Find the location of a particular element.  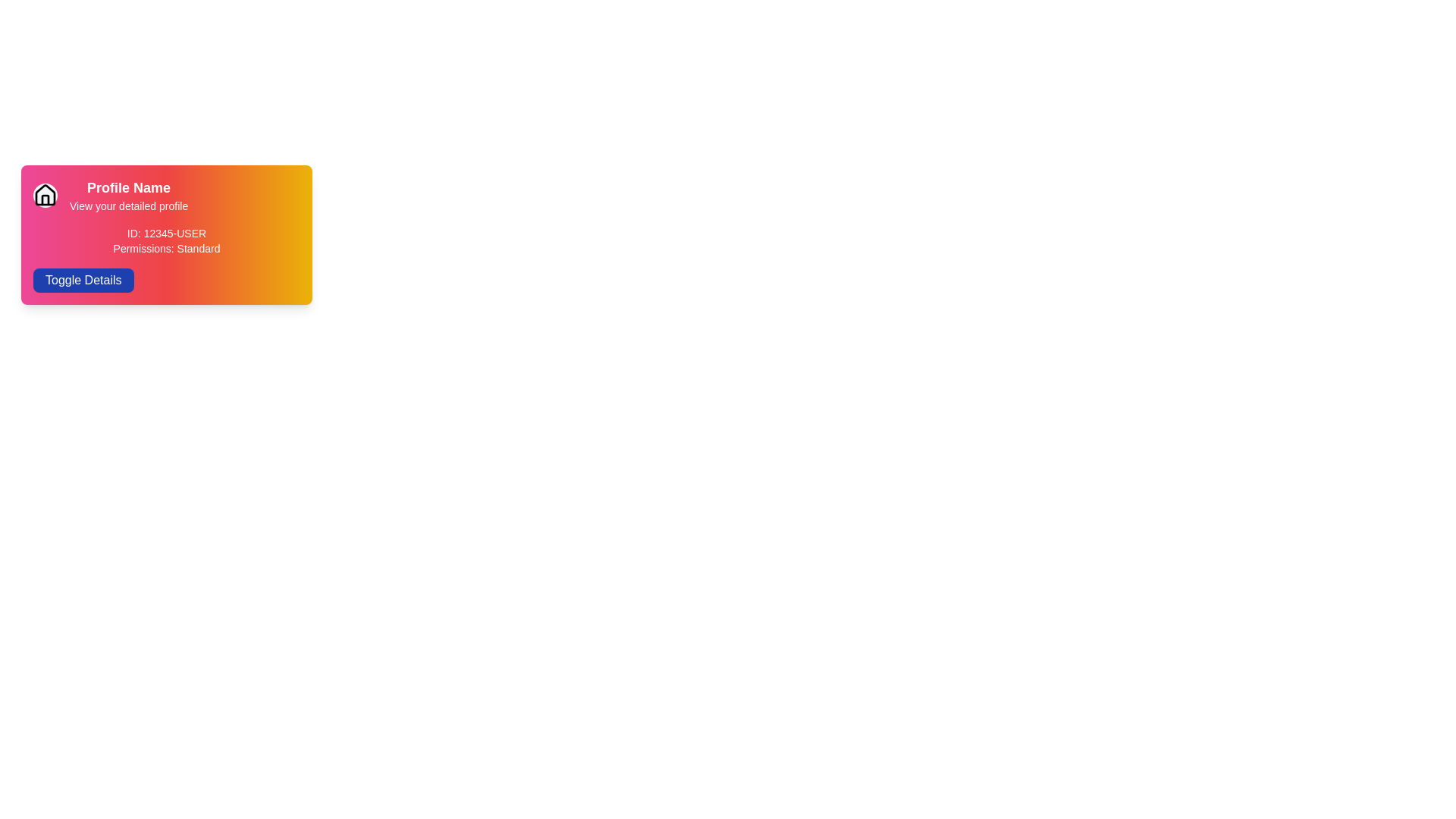

the 'Standard' permissions level text label located at the bottom of the user ID information block is located at coordinates (167, 247).